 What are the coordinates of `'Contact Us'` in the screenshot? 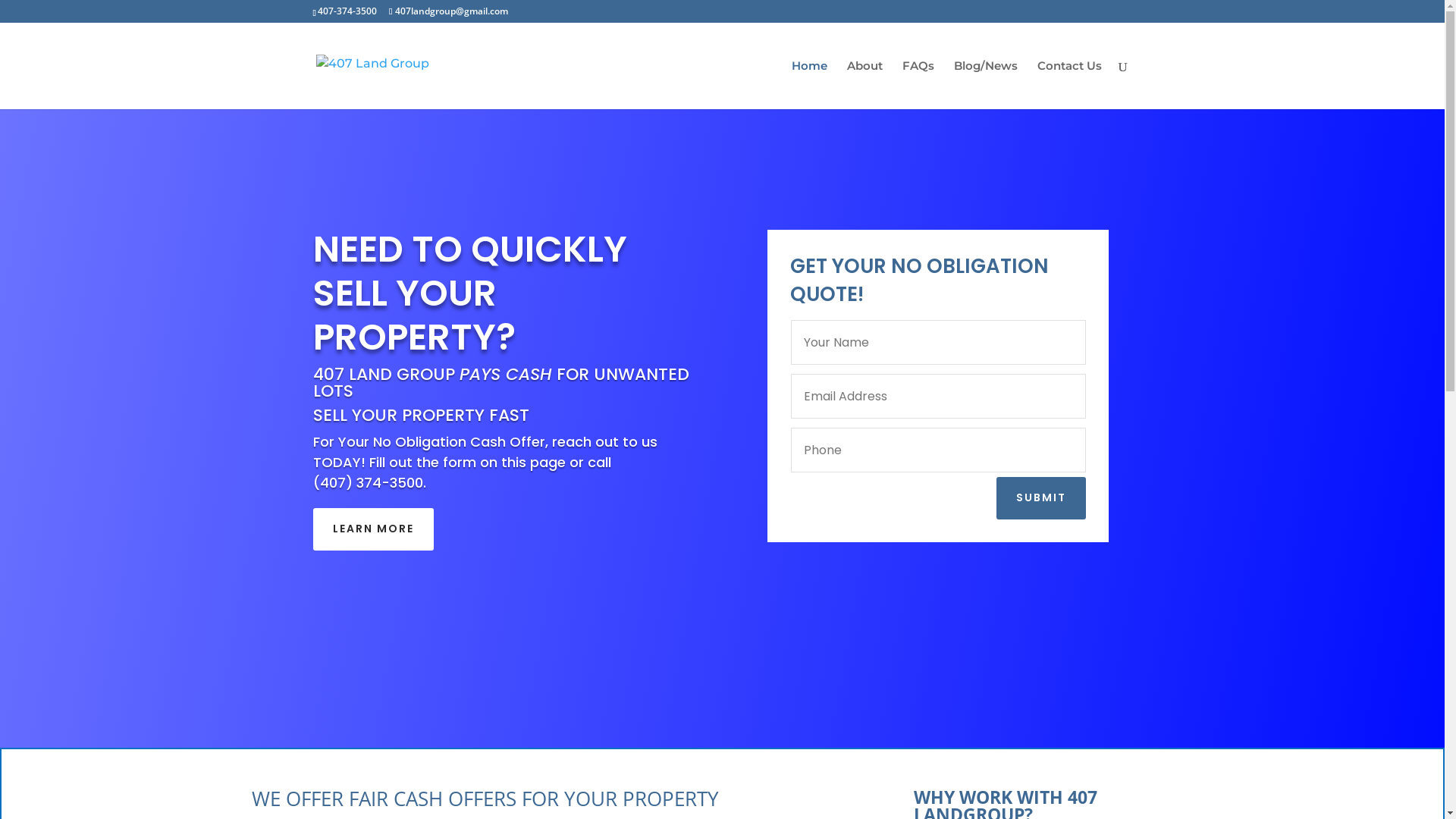 It's located at (1037, 84).